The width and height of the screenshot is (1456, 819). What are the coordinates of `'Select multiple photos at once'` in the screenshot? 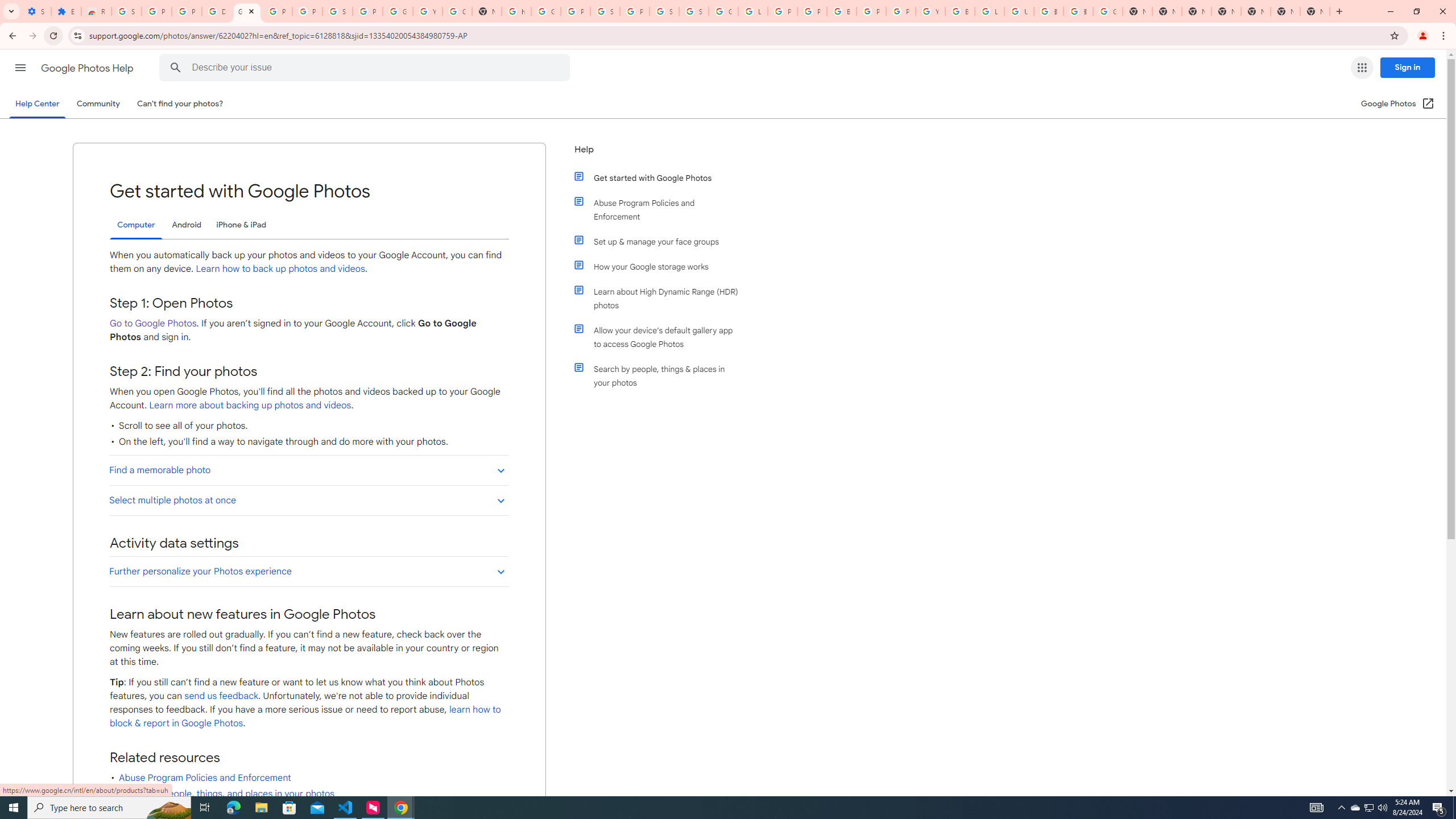 It's located at (308, 499).